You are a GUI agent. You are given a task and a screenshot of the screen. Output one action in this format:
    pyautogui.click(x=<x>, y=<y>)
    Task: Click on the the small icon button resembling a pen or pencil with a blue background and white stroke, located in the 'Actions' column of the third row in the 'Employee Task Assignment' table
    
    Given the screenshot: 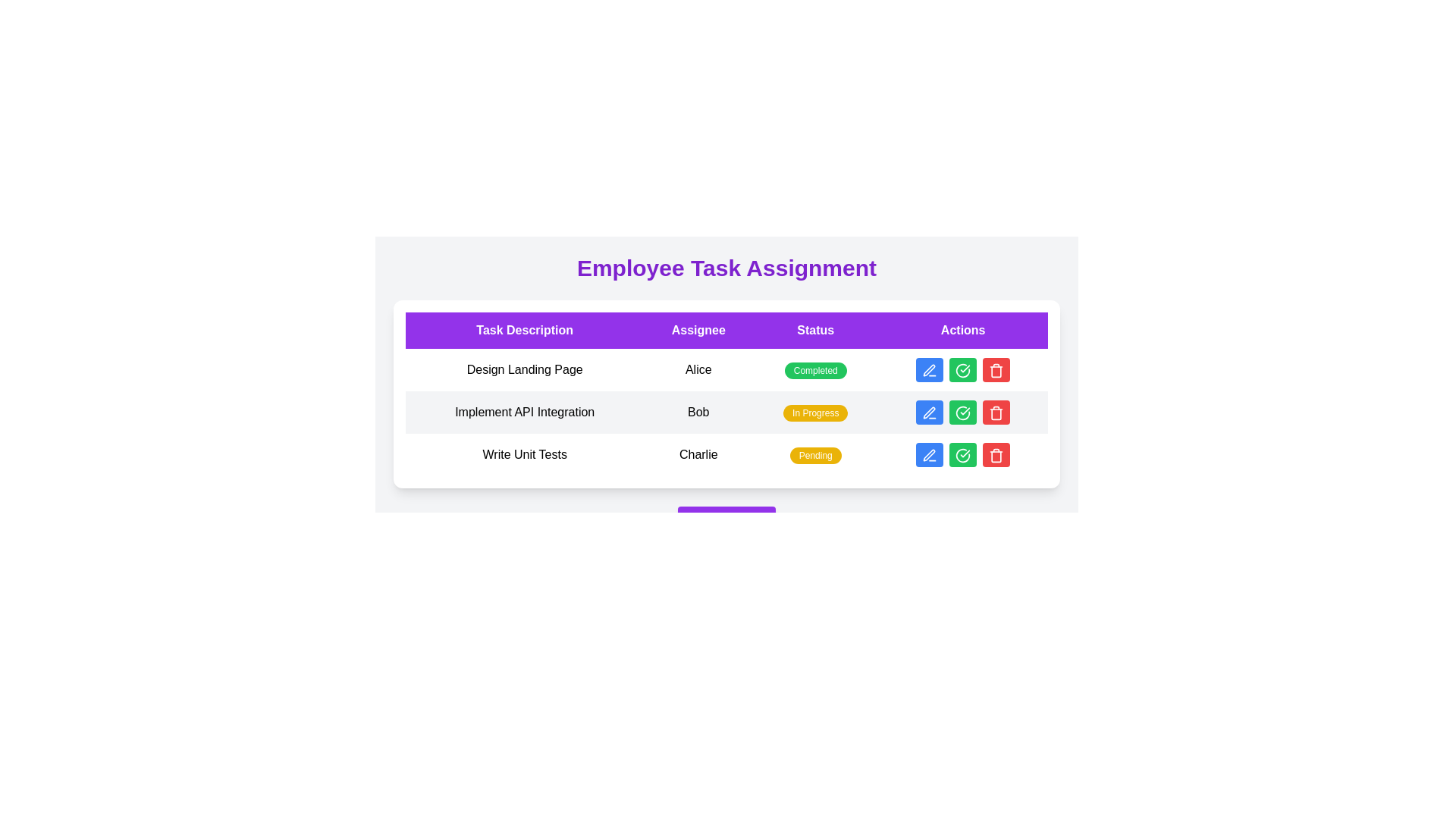 What is the action you would take?
    pyautogui.click(x=929, y=454)
    